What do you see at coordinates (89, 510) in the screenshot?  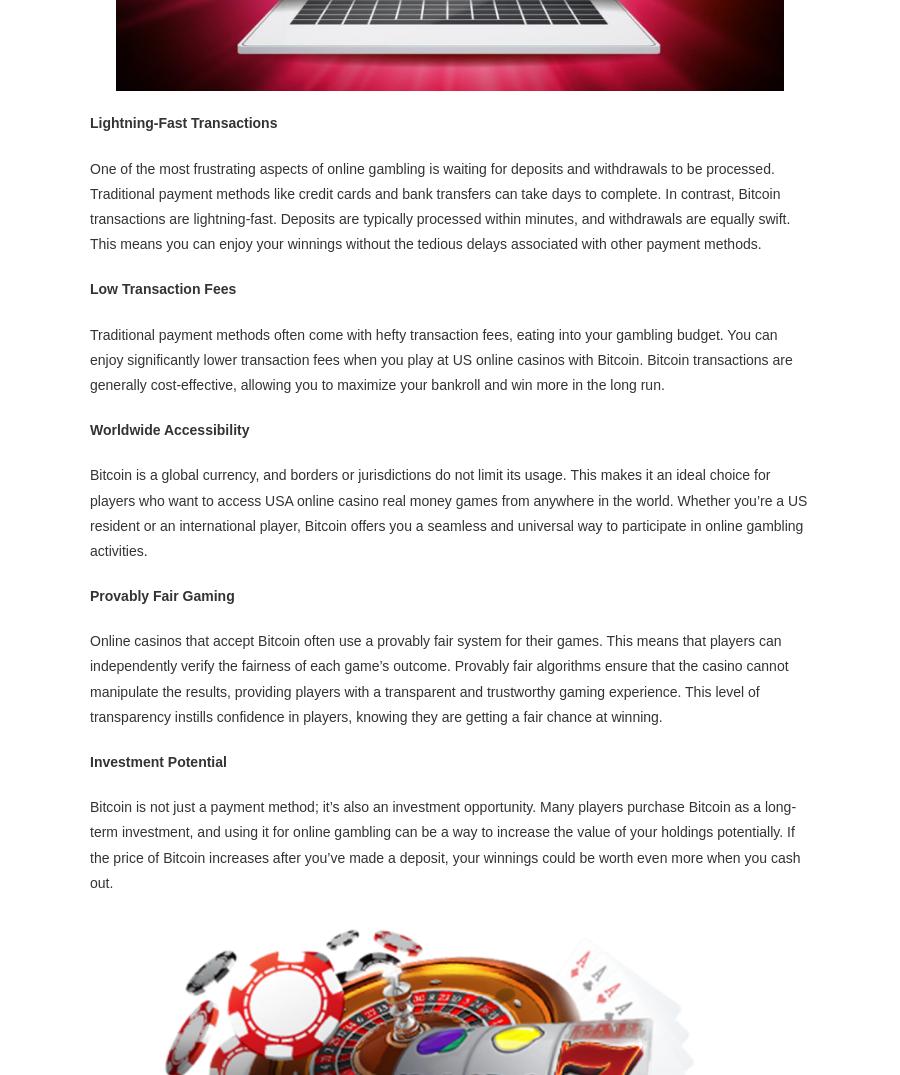 I see `'Bitcoin is a global currency, and borders or jurisdictions do not limit its usage. This makes it an ideal choice for players who want to access USA online casino real money games from anywhere in the world. Whether you’re a US resident or an international player, Bitcoin offers you a seamless and universal way to participate in online gambling activities.'` at bounding box center [89, 510].